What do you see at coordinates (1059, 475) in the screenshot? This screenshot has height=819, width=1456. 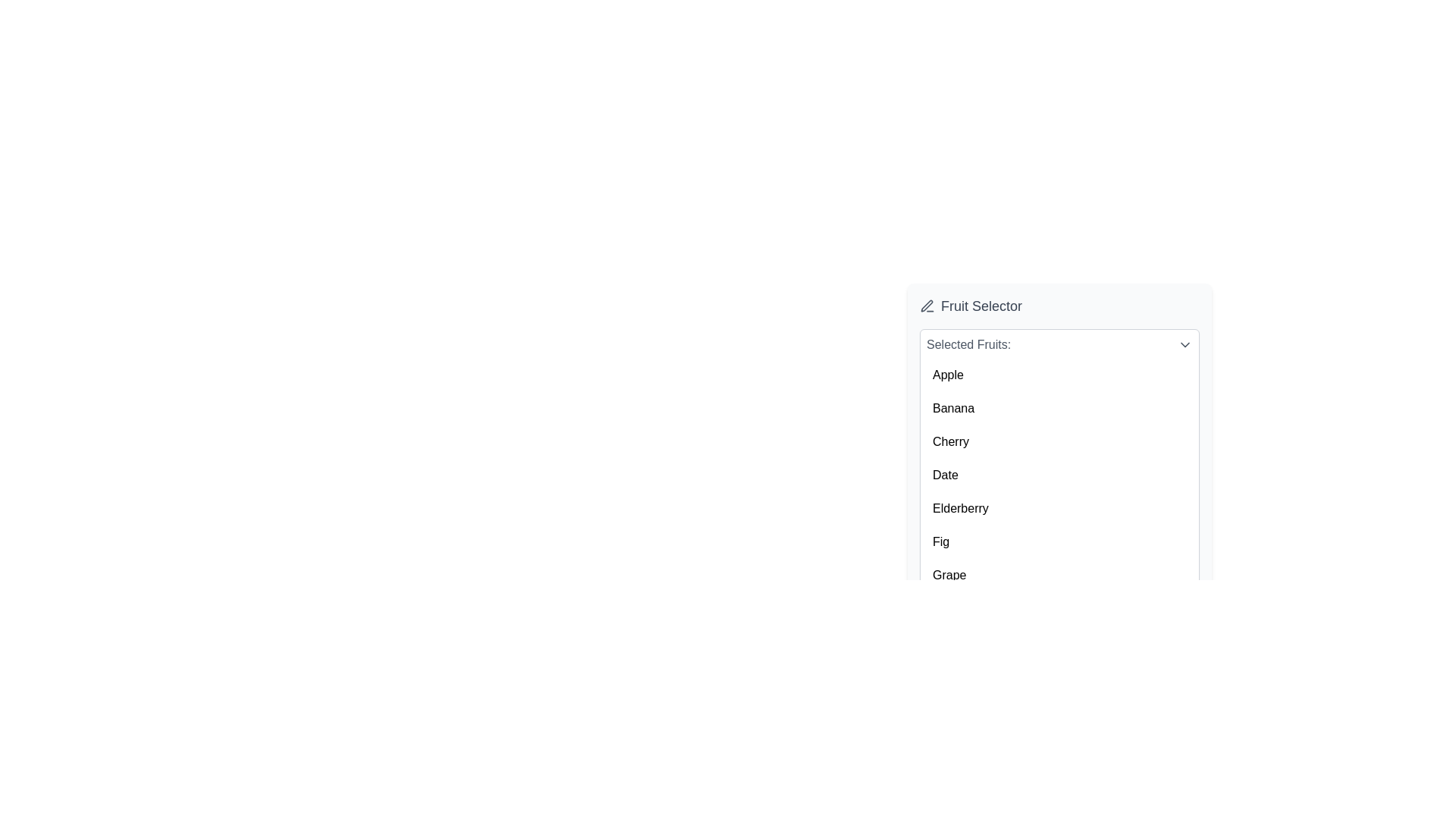 I see `the fourth selectable menu item in a vertically aligned list, which is positioned between 'Cherry' and 'Elderberry'` at bounding box center [1059, 475].